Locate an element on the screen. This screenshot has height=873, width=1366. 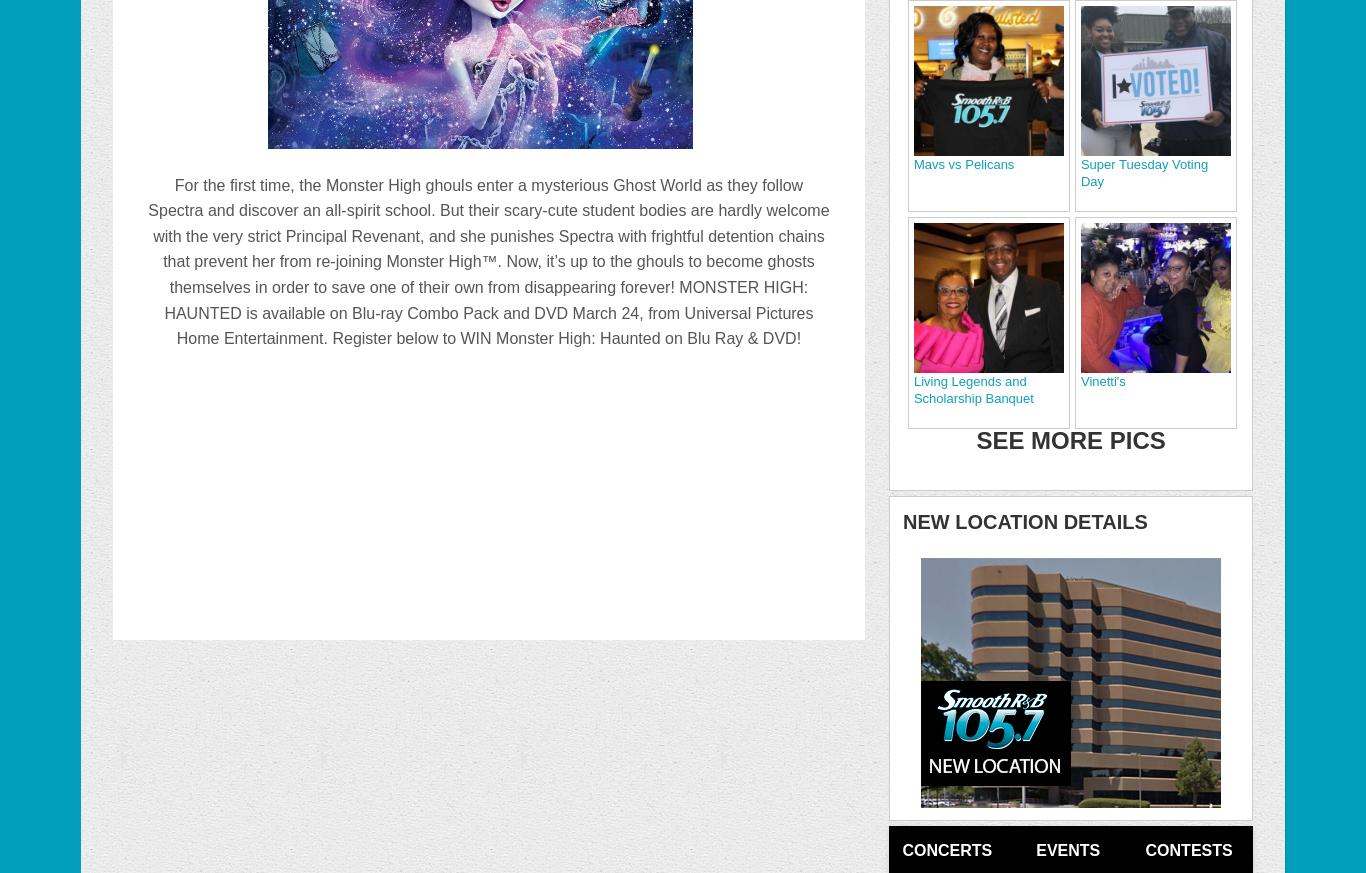
'EVENTS' is located at coordinates (1066, 849).